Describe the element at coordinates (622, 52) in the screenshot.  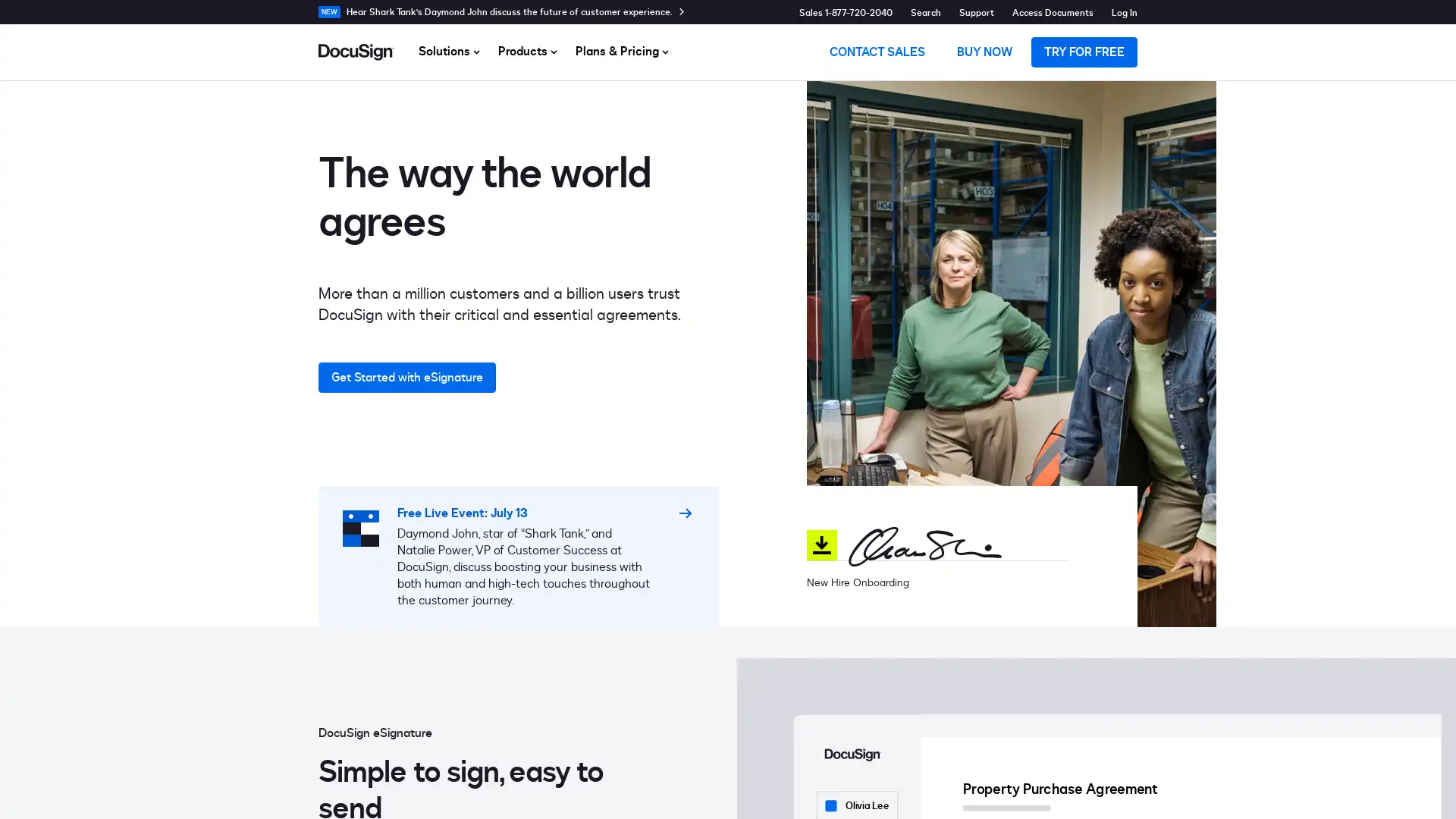
I see `Plans & Pricing` at that location.